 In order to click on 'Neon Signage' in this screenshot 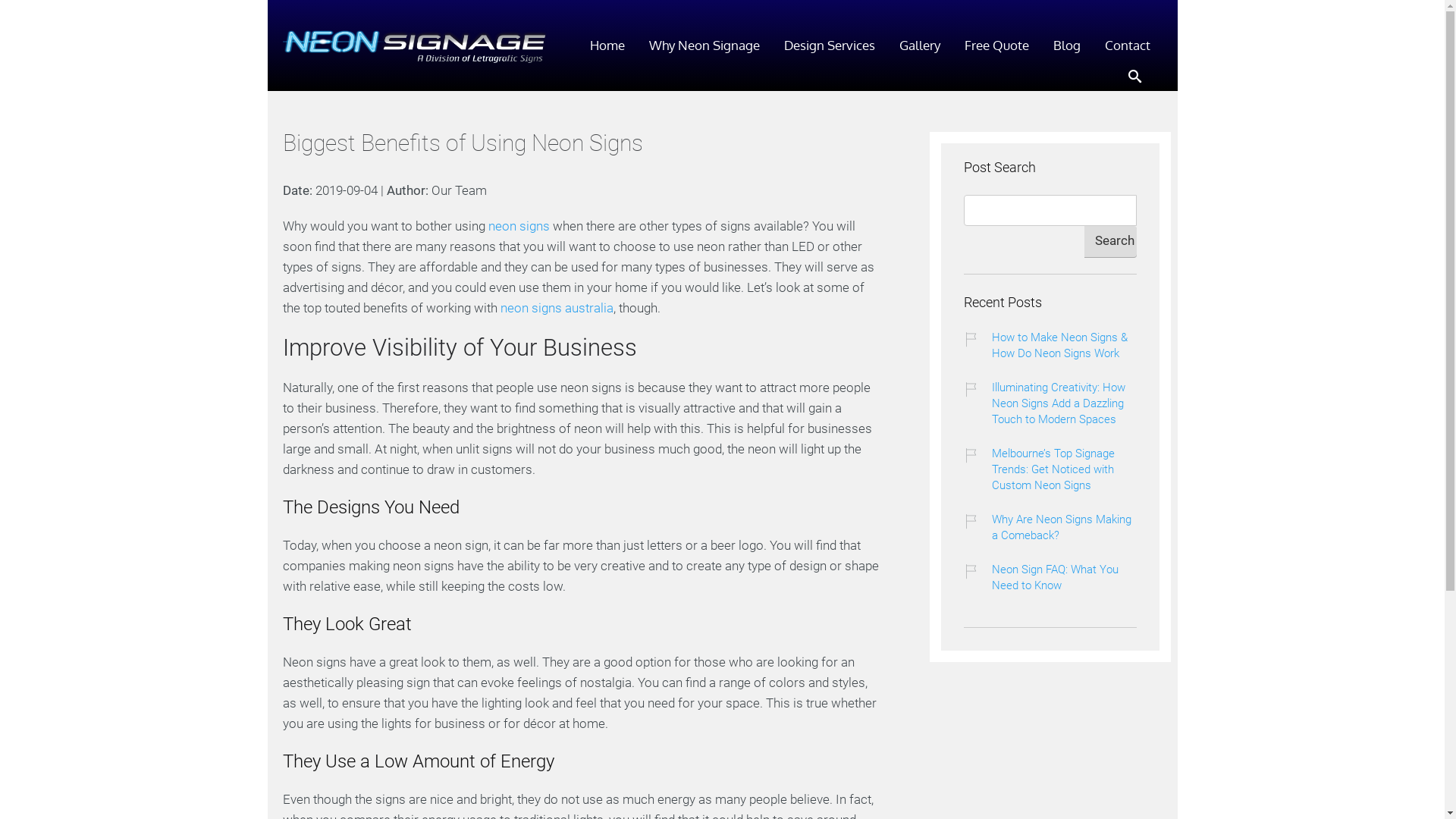, I will do `click(414, 45)`.